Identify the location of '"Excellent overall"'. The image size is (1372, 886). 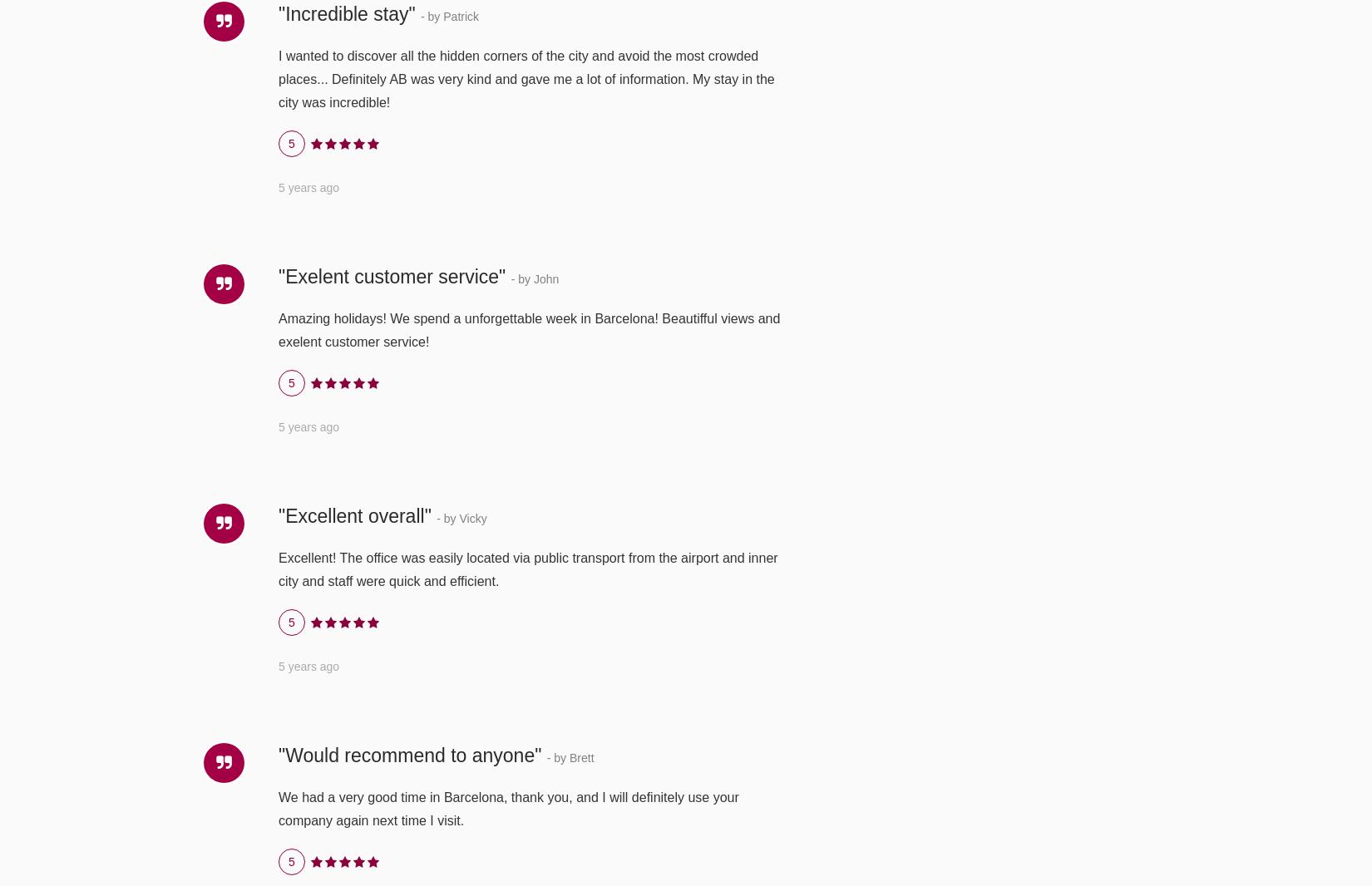
(278, 514).